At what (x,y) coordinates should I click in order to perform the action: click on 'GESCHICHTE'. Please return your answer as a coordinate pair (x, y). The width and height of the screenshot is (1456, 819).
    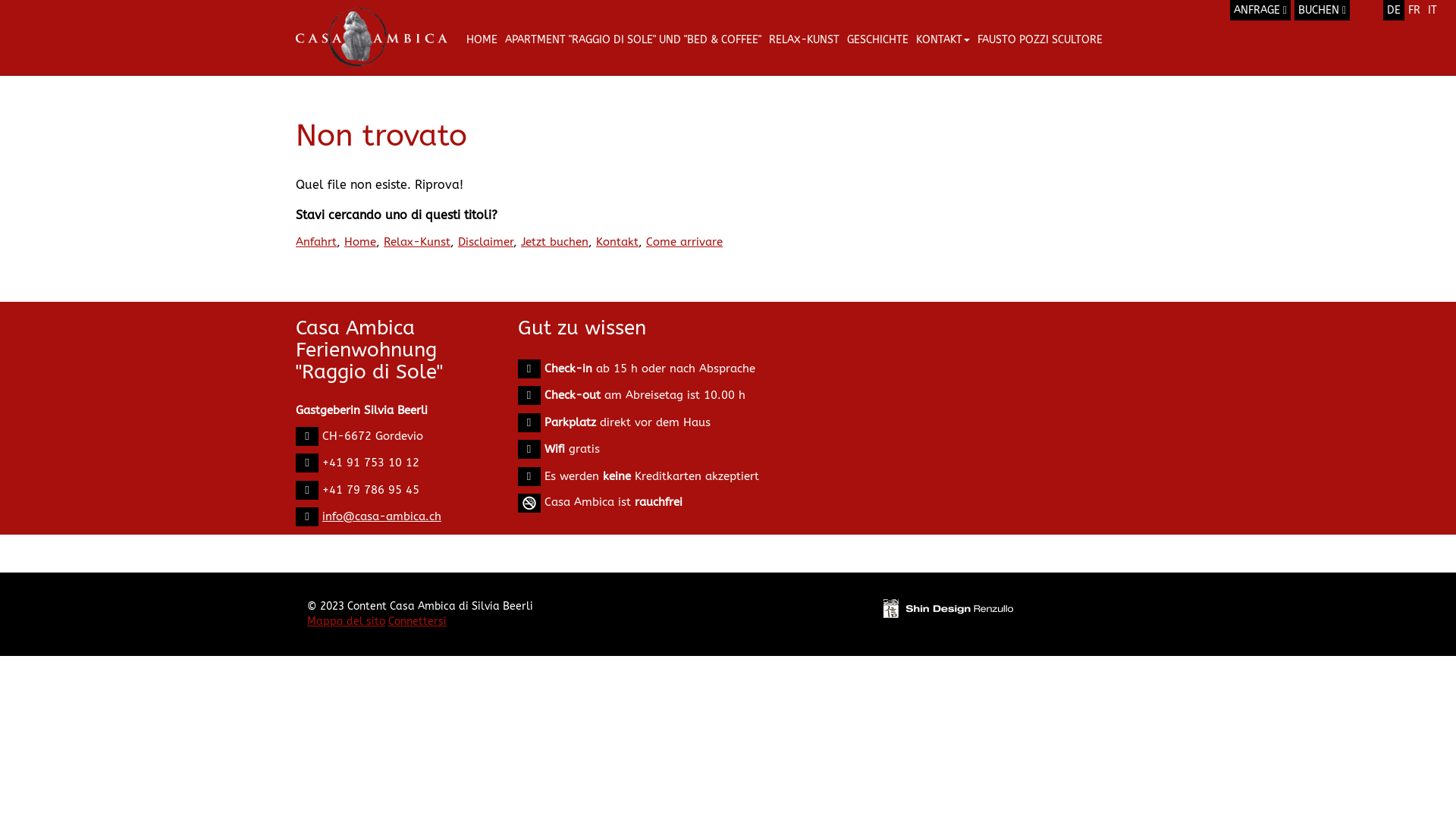
    Looking at the image, I should click on (843, 39).